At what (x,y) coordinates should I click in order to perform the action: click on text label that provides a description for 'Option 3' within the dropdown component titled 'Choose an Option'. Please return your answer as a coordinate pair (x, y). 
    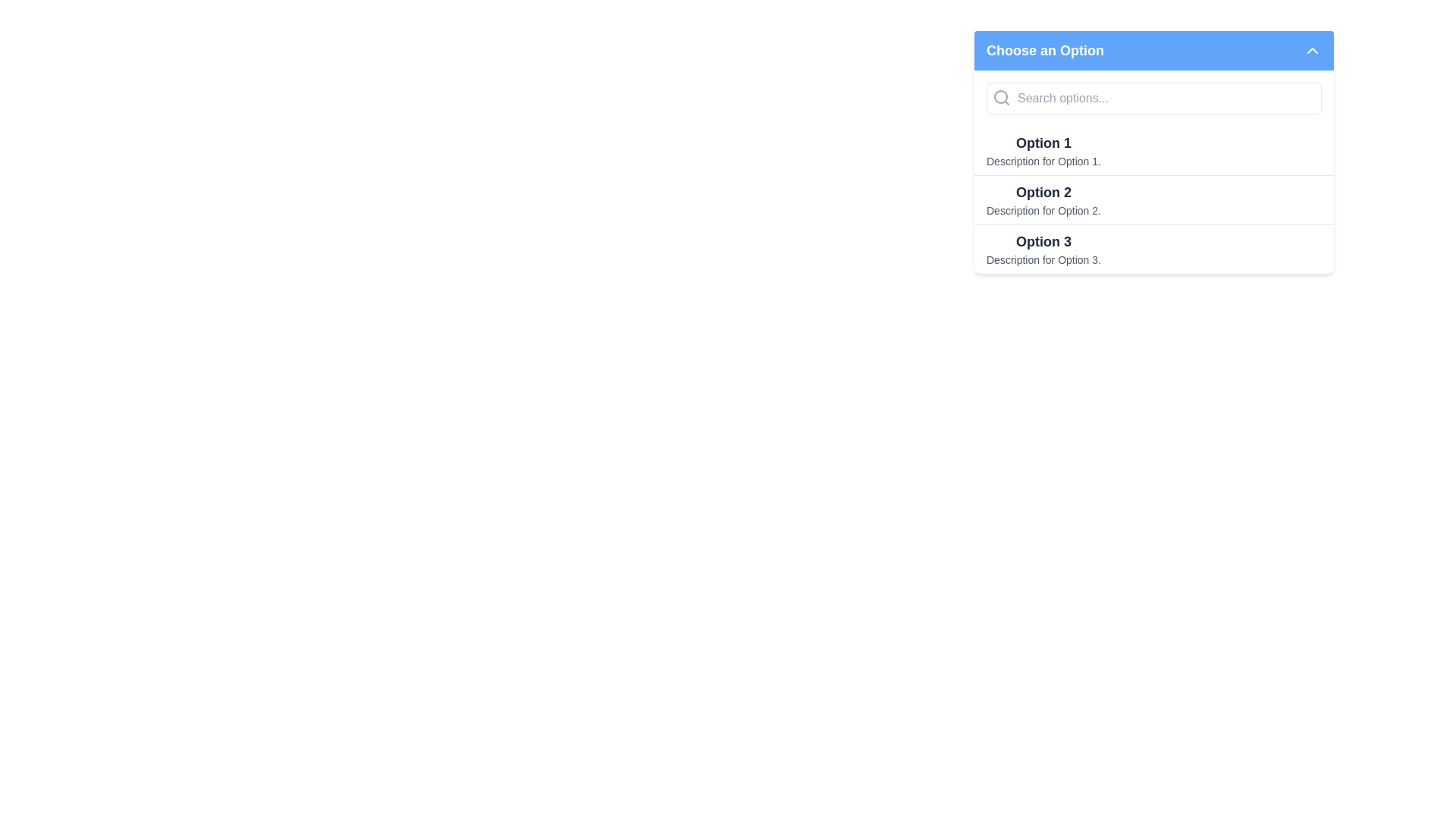
    Looking at the image, I should click on (1043, 259).